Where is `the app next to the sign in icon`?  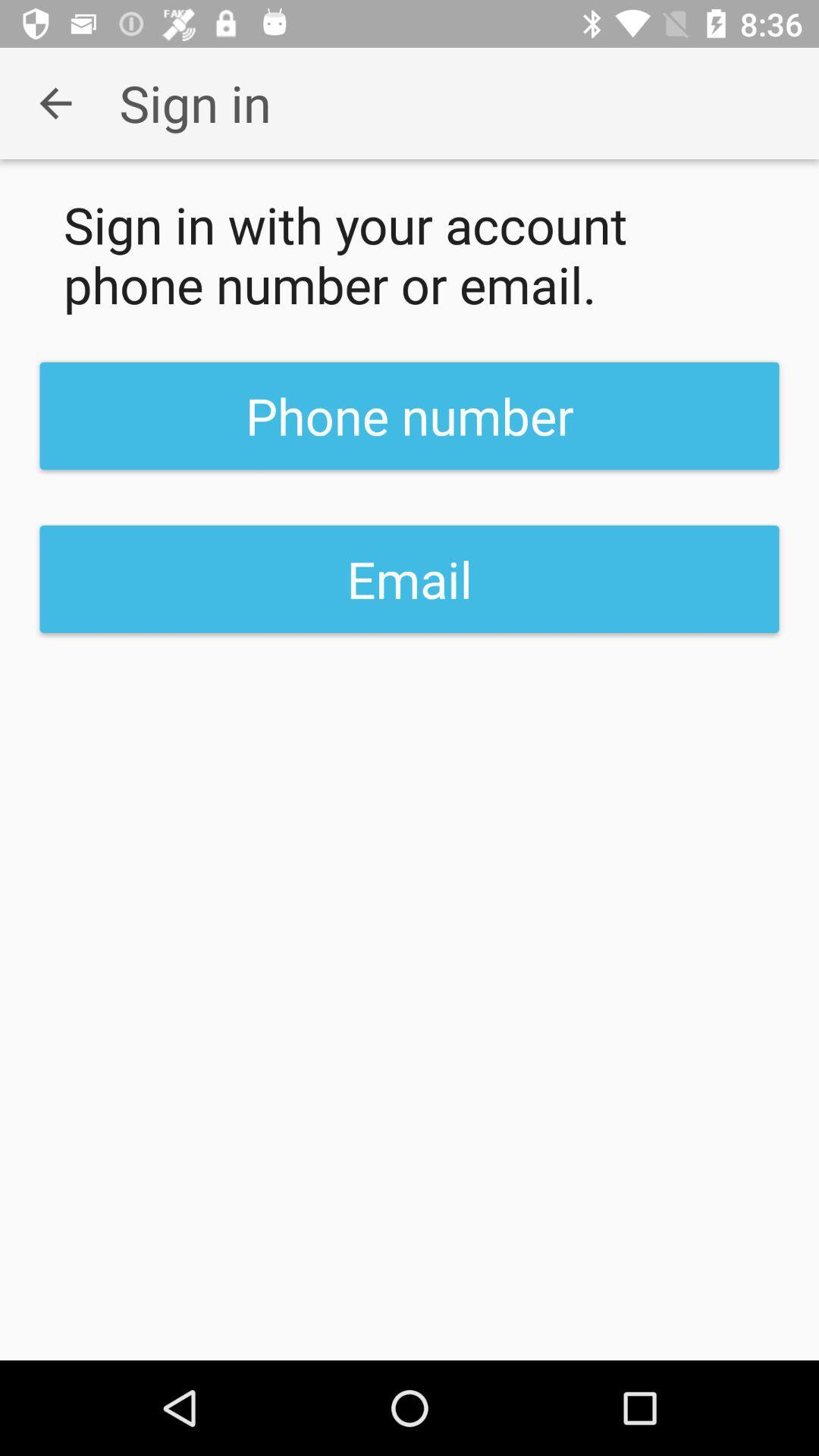
the app next to the sign in icon is located at coordinates (55, 102).